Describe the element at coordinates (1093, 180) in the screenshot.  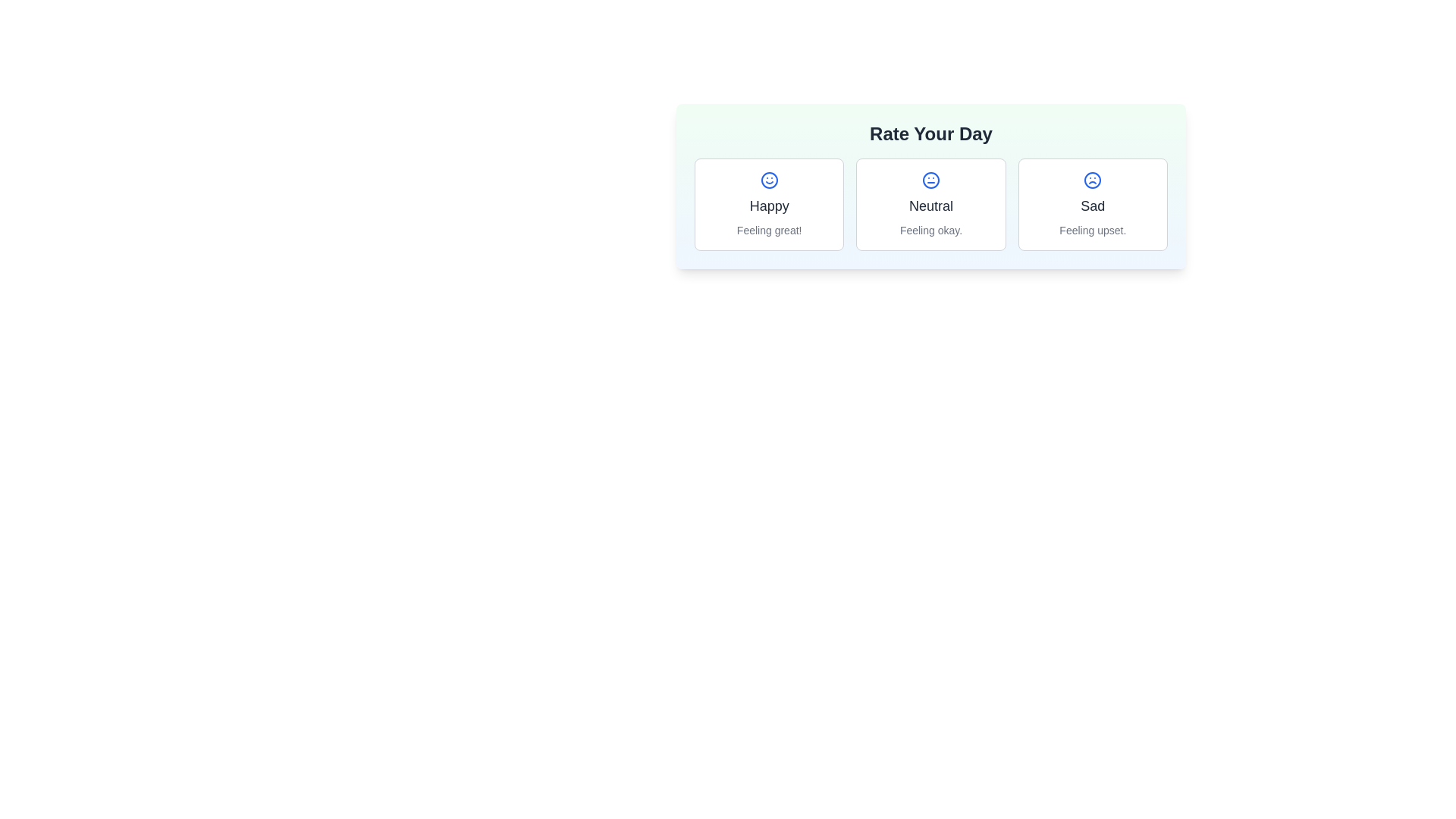
I see `the 'Sad' feeling icon located centrally in the third card of a horizontally aligned triplet group` at that location.